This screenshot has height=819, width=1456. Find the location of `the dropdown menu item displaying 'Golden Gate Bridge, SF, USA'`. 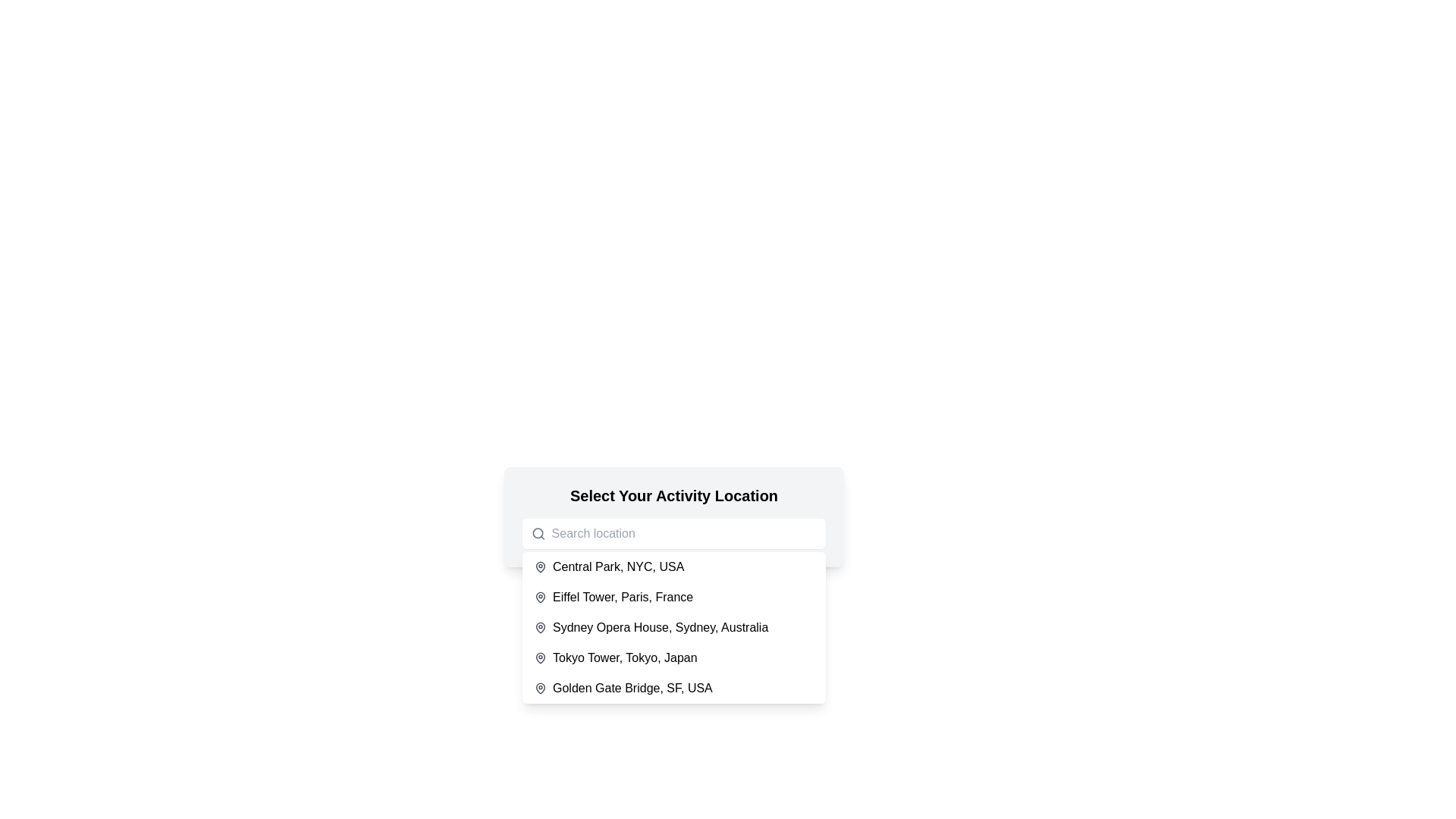

the dropdown menu item displaying 'Golden Gate Bridge, SF, USA' is located at coordinates (673, 688).